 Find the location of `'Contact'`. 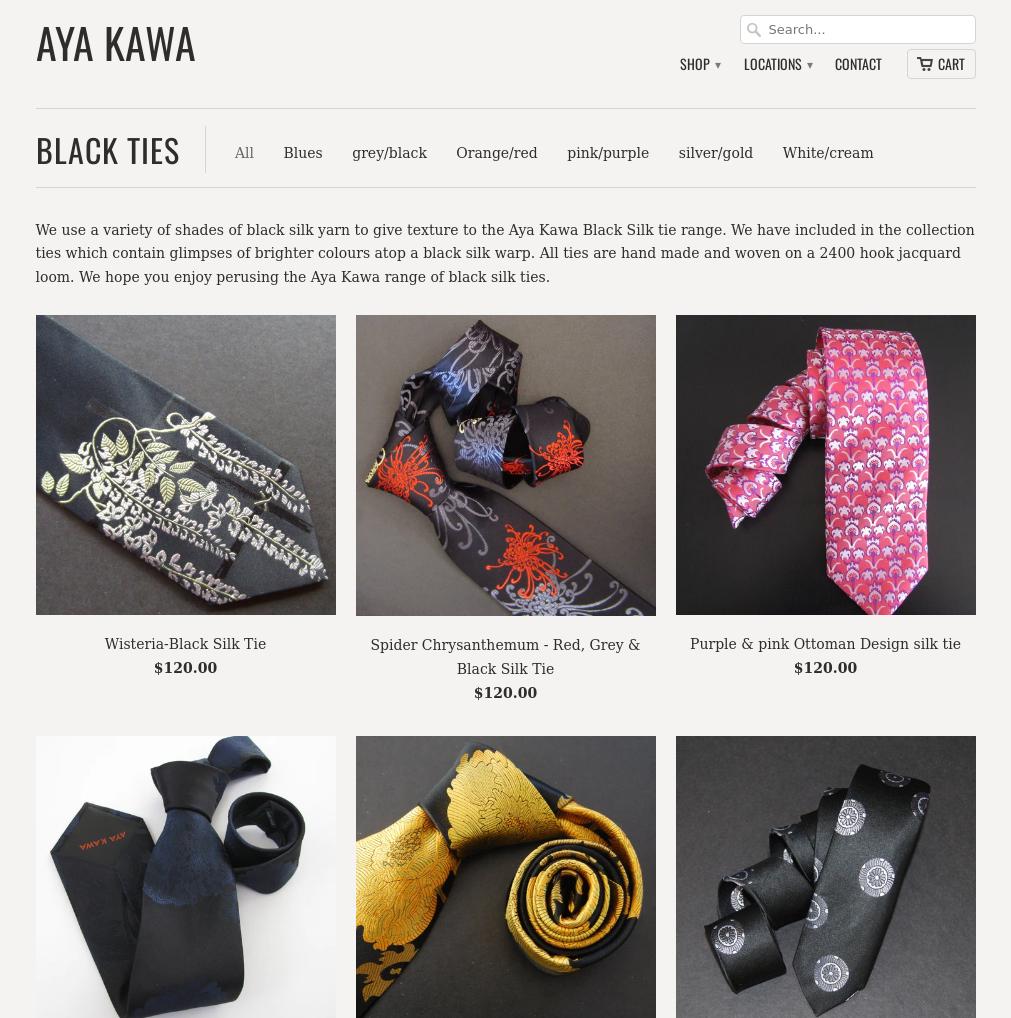

'Contact' is located at coordinates (858, 63).